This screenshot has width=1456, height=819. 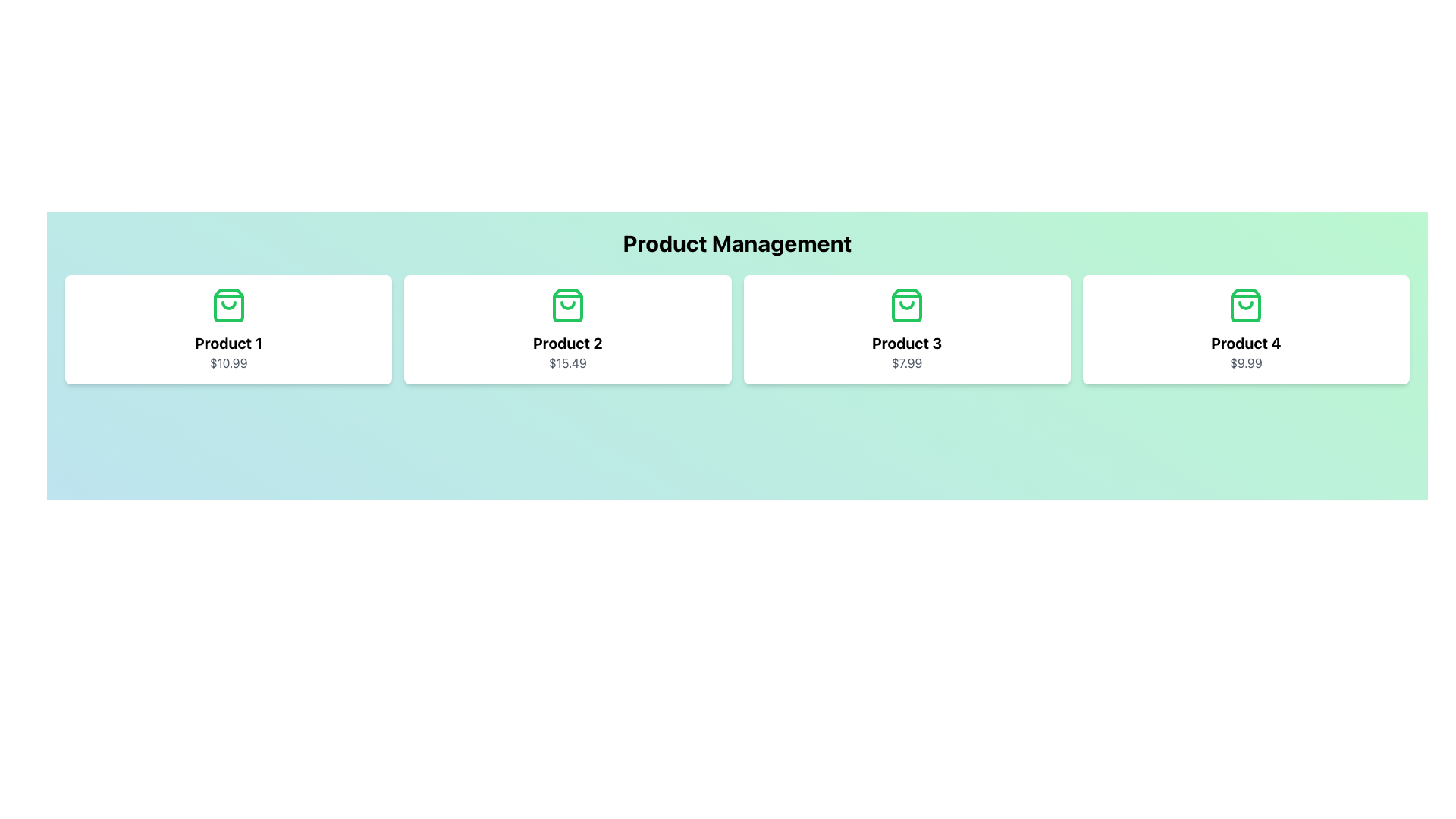 What do you see at coordinates (227, 329) in the screenshot?
I see `the first selectable product card in the grid layout` at bounding box center [227, 329].